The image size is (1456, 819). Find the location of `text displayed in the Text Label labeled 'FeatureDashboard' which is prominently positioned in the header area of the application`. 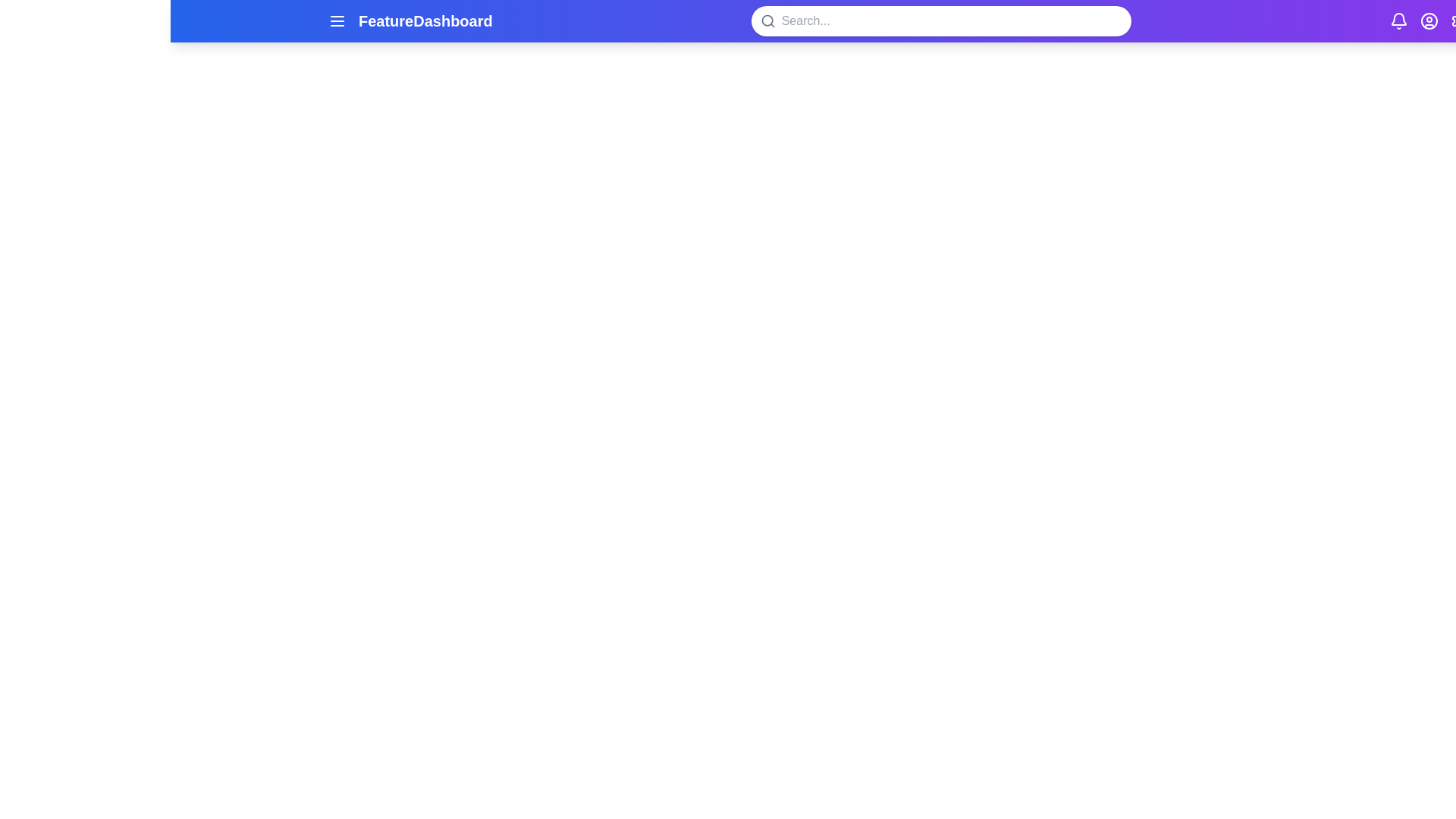

text displayed in the Text Label labeled 'FeatureDashboard' which is prominently positioned in the header area of the application is located at coordinates (425, 20).